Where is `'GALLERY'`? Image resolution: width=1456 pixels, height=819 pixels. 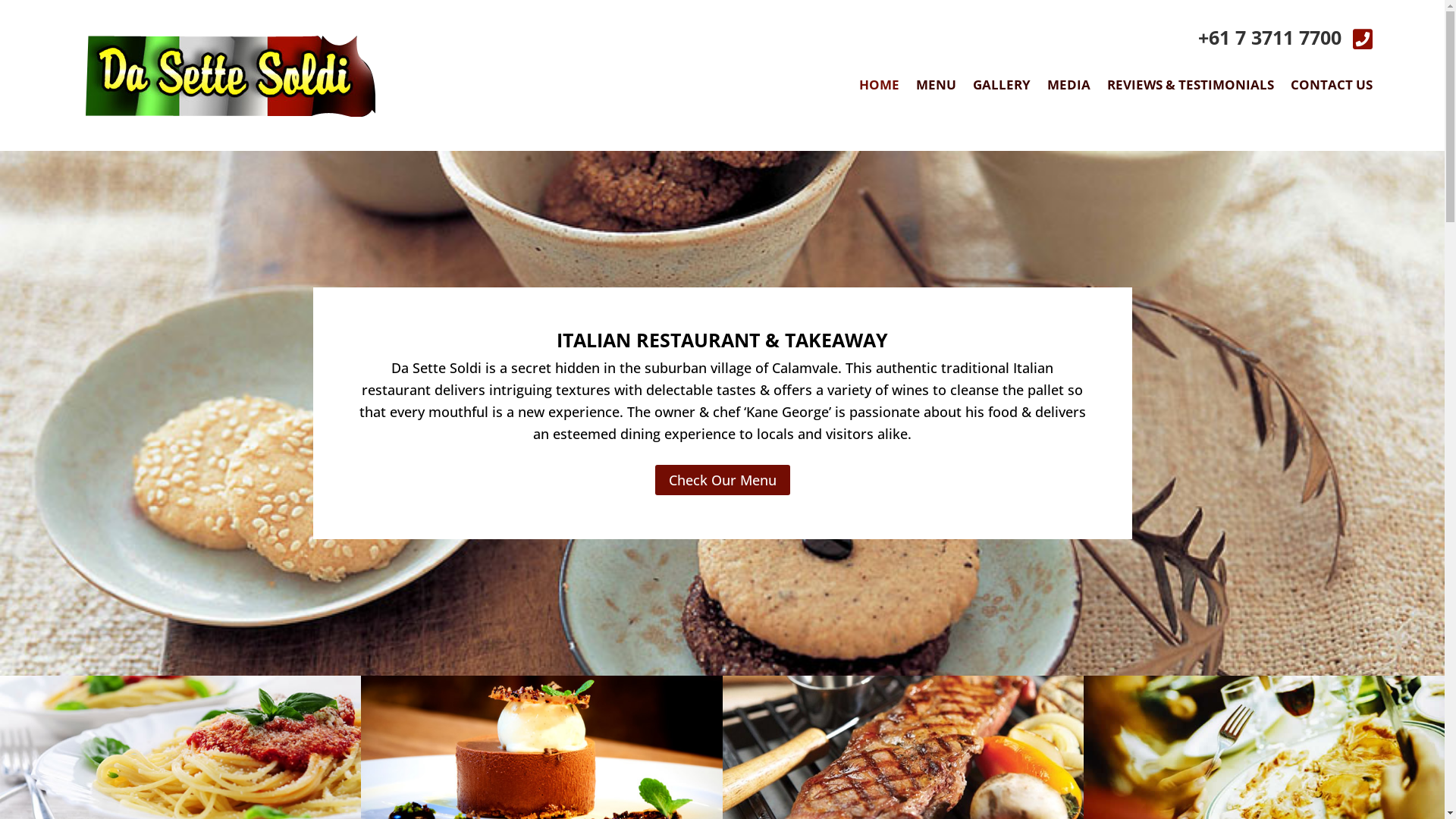
'GALLERY' is located at coordinates (1001, 87).